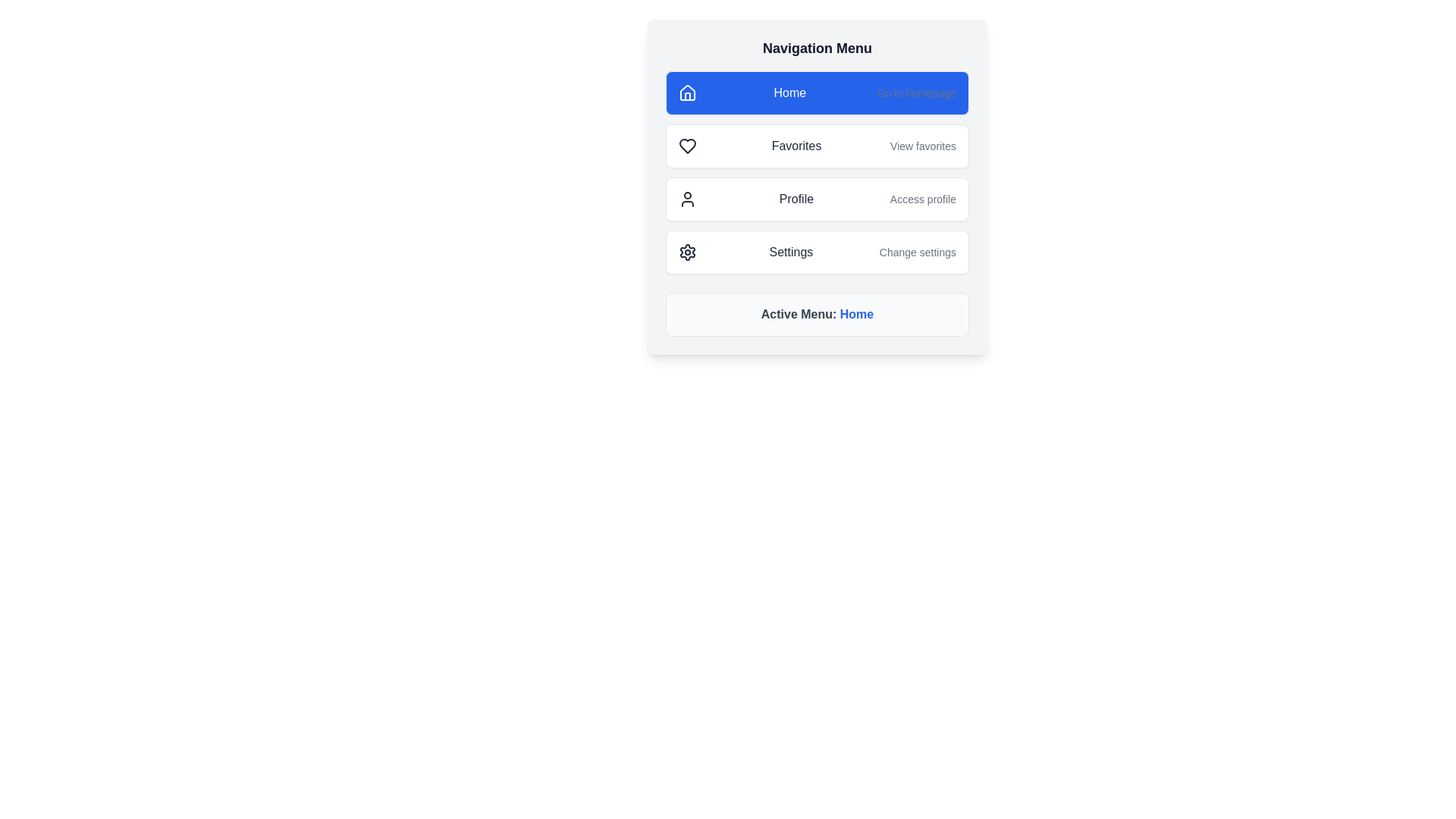  Describe the element at coordinates (817, 48) in the screenshot. I see `text from the prominent 'Navigation Menu' label located at the top of the navigation section` at that location.